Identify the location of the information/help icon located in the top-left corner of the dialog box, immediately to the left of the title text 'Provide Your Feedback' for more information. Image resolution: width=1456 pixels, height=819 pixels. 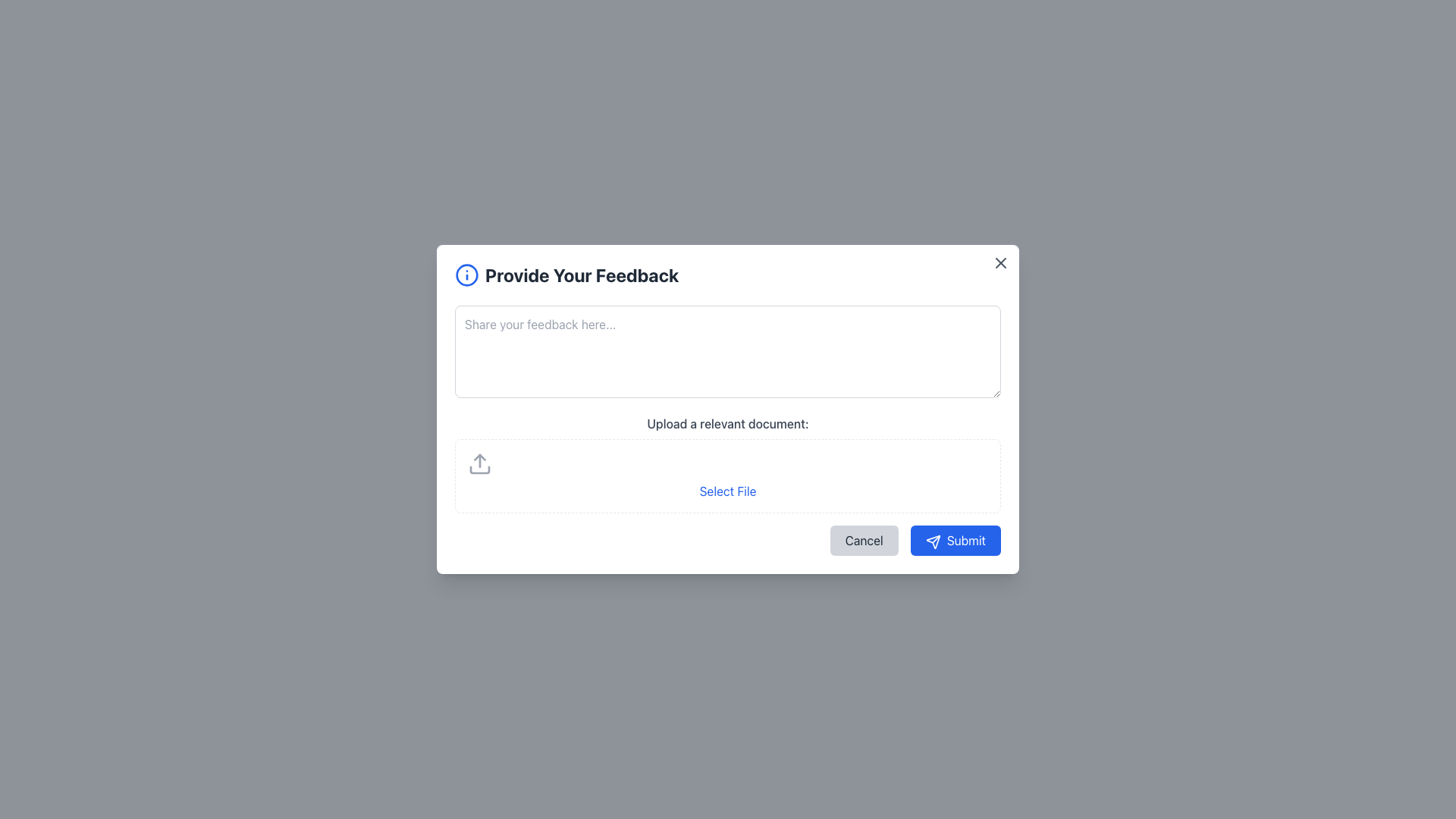
(466, 275).